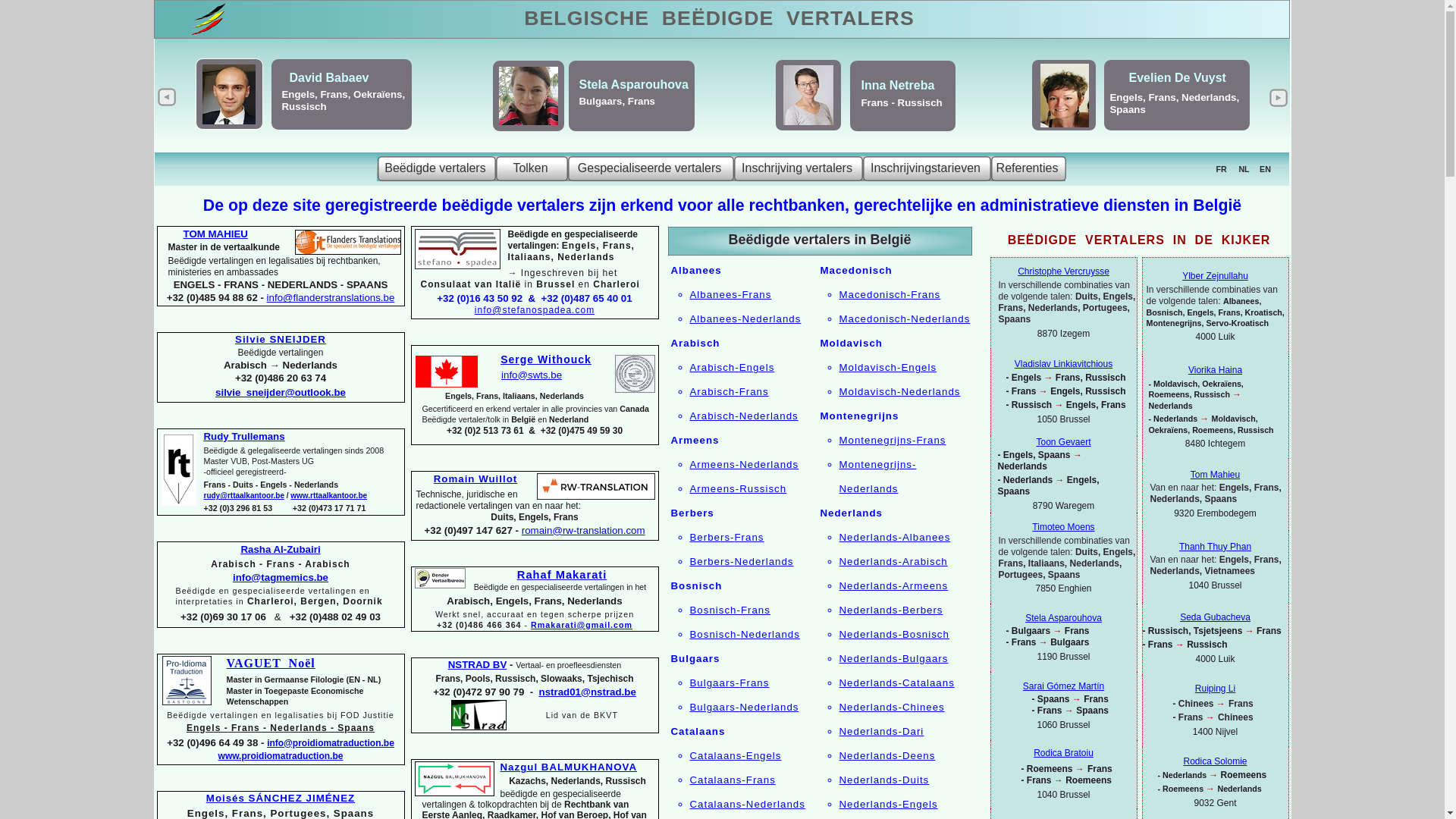 The image size is (1456, 819). What do you see at coordinates (1244, 169) in the screenshot?
I see `'NL'` at bounding box center [1244, 169].